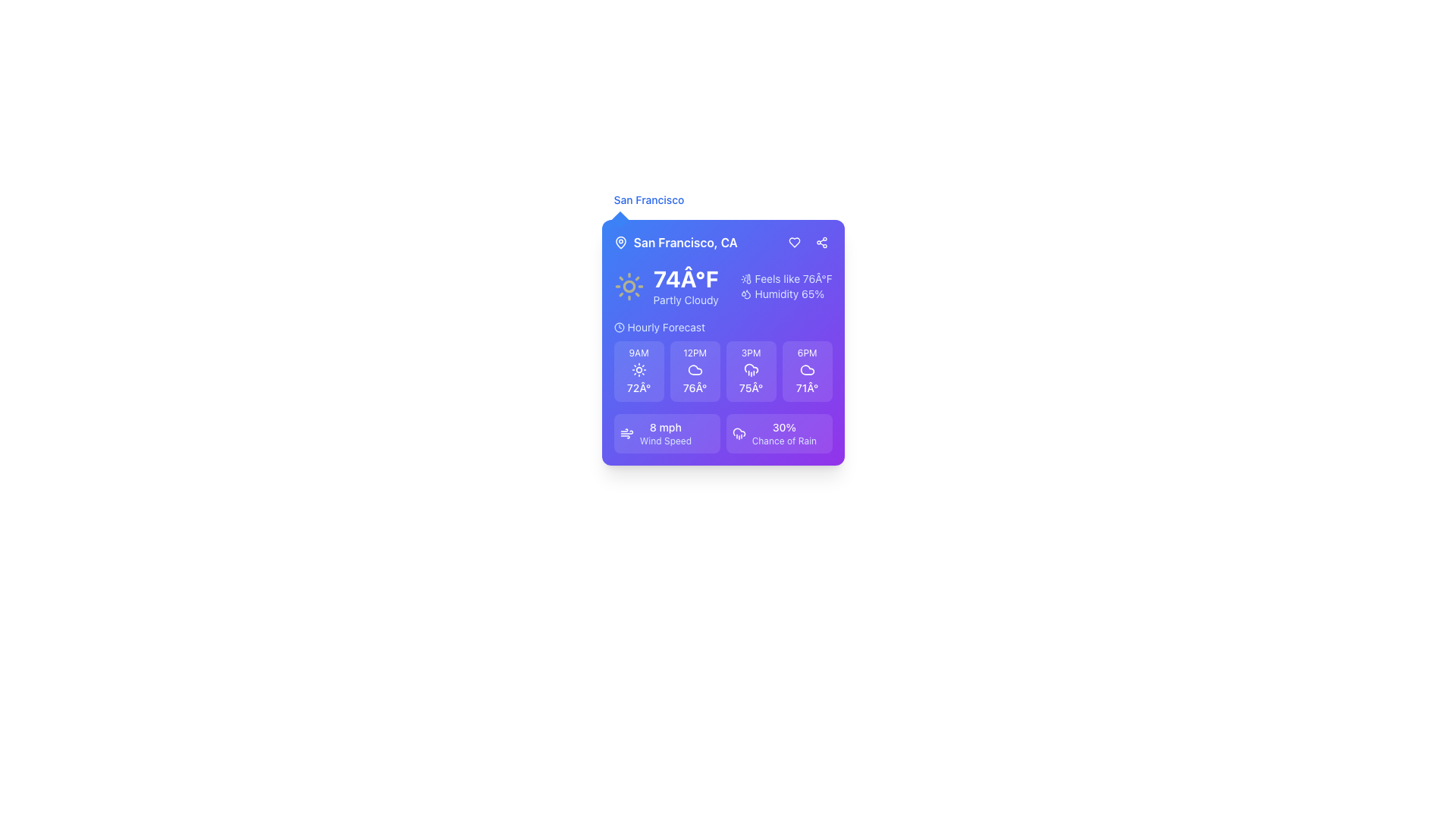  I want to click on the text label indicating the specific time (9AM) in the hourly forecast section of the compact weather widget, so click(639, 353).